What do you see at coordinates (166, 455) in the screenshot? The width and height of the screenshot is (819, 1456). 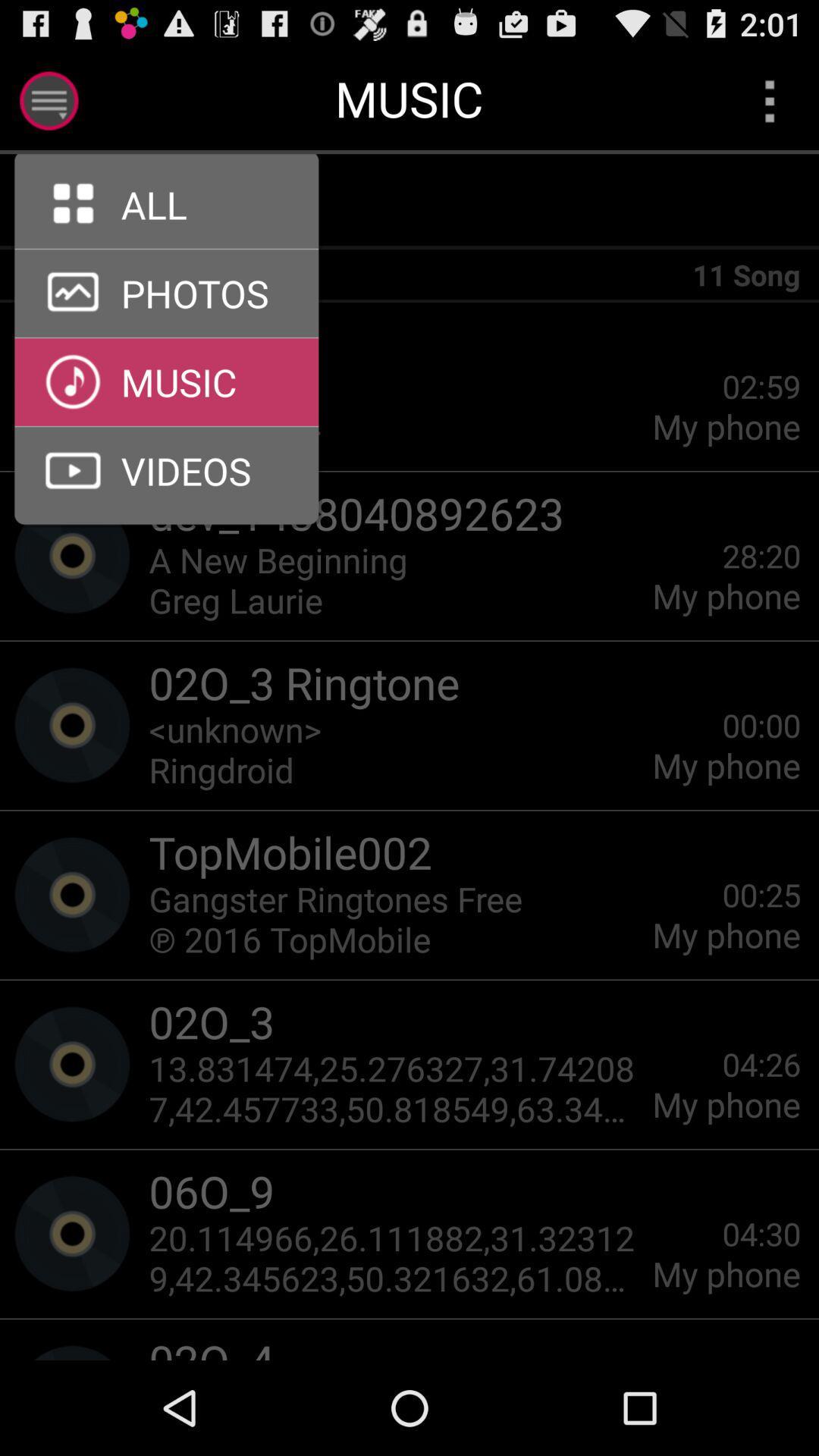 I see `the arrow_forward icon` at bounding box center [166, 455].